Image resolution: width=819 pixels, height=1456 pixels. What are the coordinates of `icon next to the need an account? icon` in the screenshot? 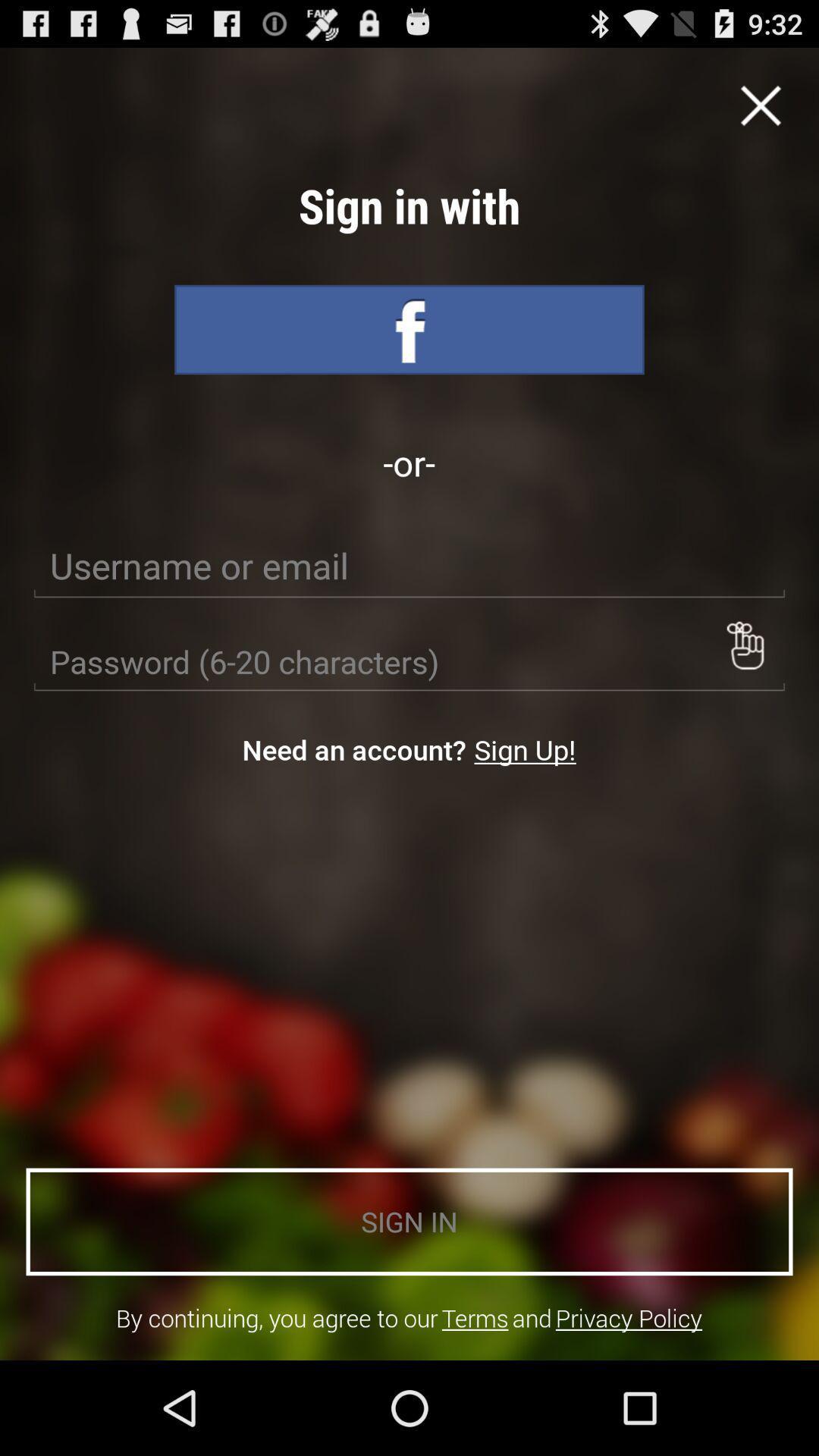 It's located at (524, 749).